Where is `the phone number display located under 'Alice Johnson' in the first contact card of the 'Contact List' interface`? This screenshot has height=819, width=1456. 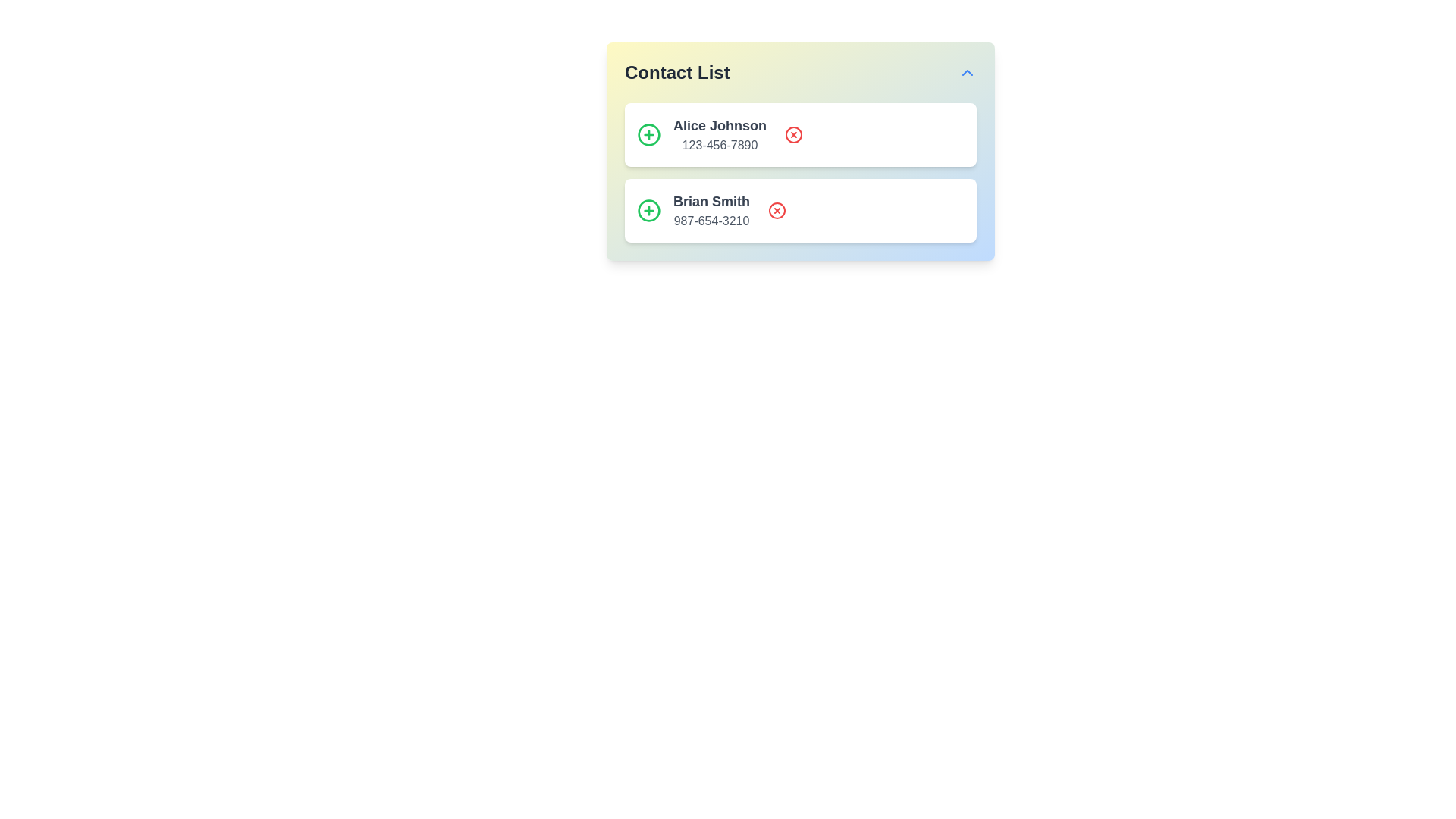
the phone number display located under 'Alice Johnson' in the first contact card of the 'Contact List' interface is located at coordinates (719, 146).